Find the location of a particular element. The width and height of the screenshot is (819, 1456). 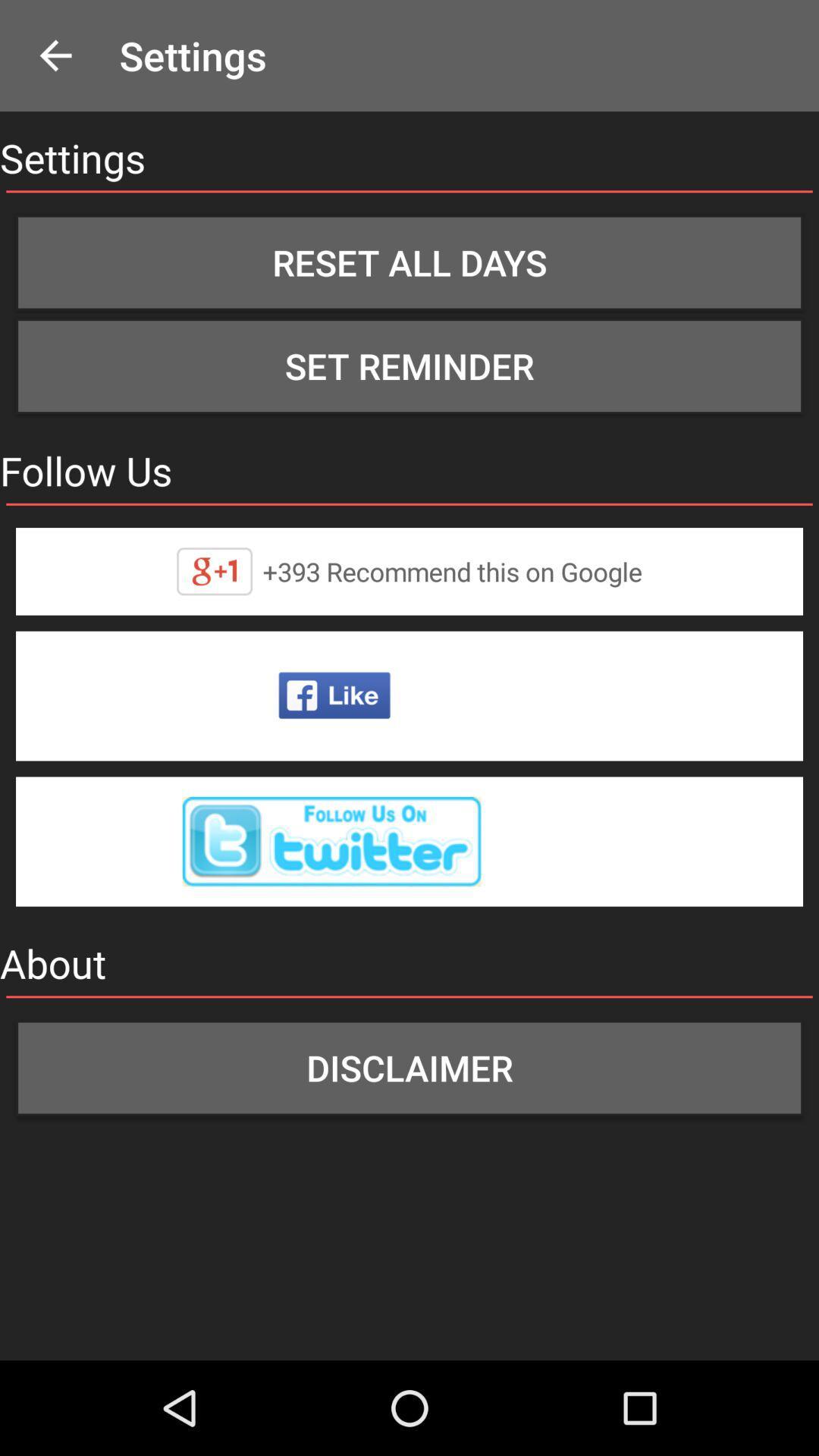

the icon above settings item is located at coordinates (55, 55).